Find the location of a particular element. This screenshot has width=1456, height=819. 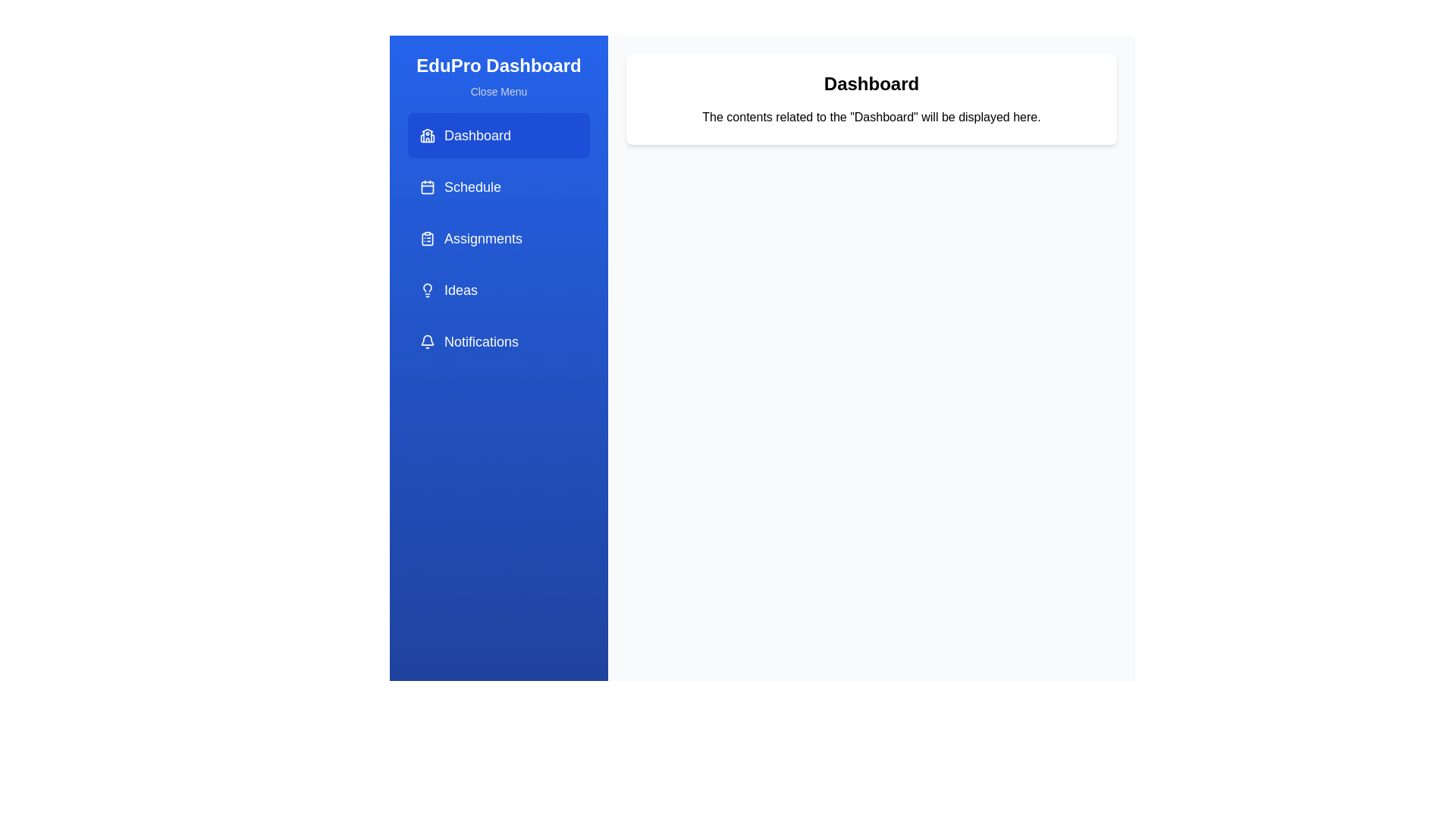

the Ideas section by clicking on its corresponding sidebar item is located at coordinates (498, 290).